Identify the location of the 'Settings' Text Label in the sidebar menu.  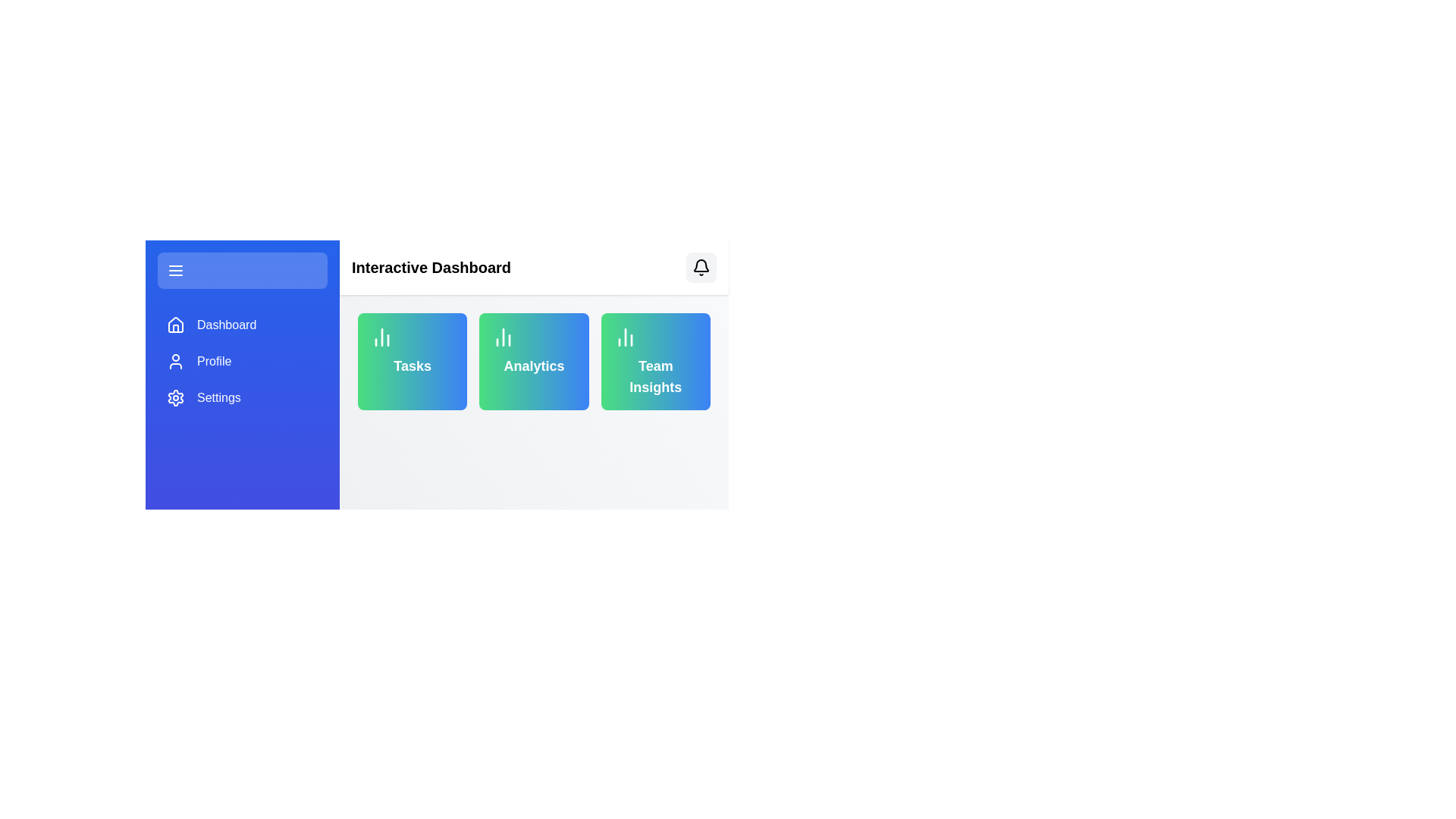
(218, 397).